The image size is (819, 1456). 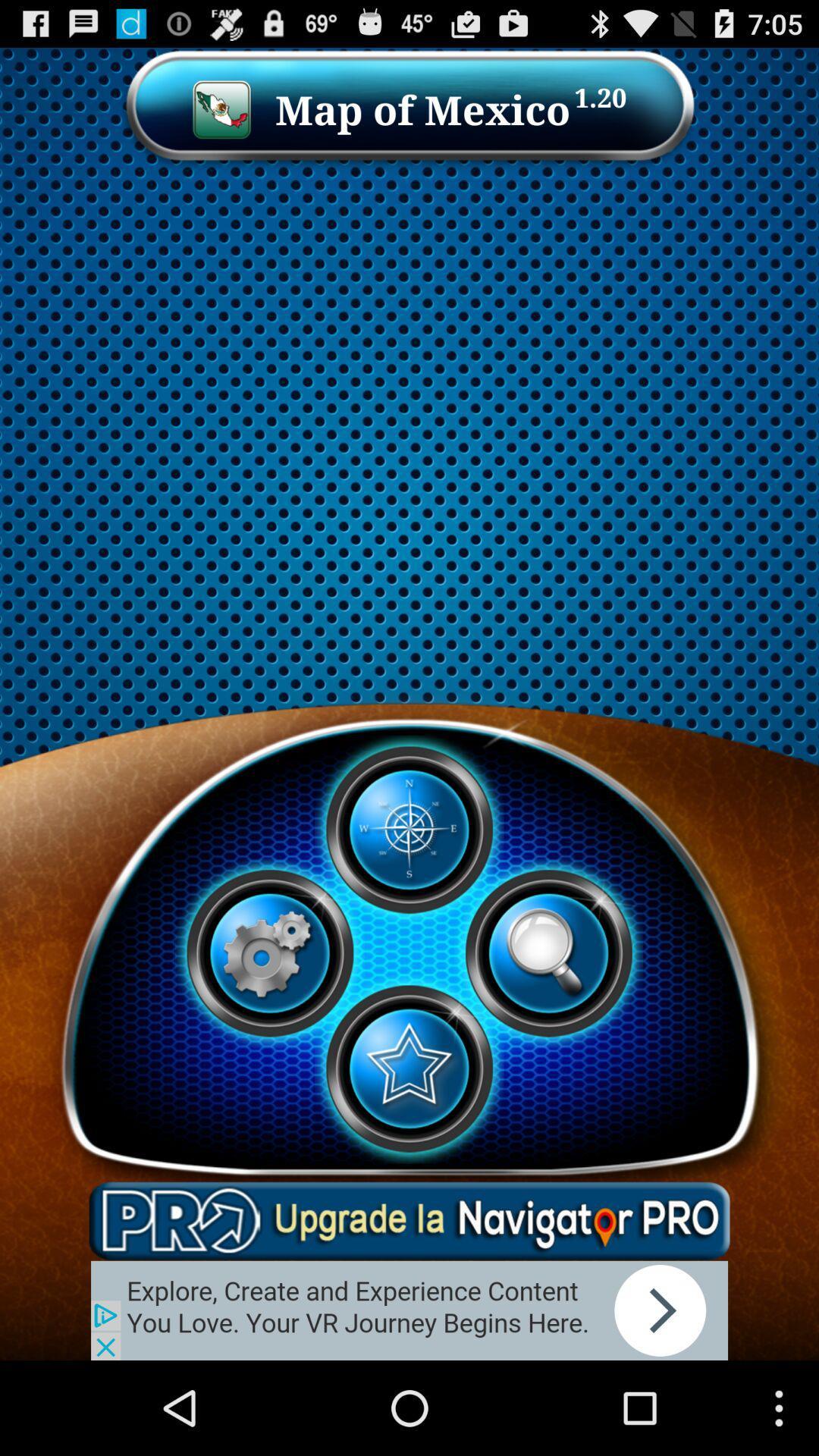 I want to click on next, so click(x=409, y=1310).